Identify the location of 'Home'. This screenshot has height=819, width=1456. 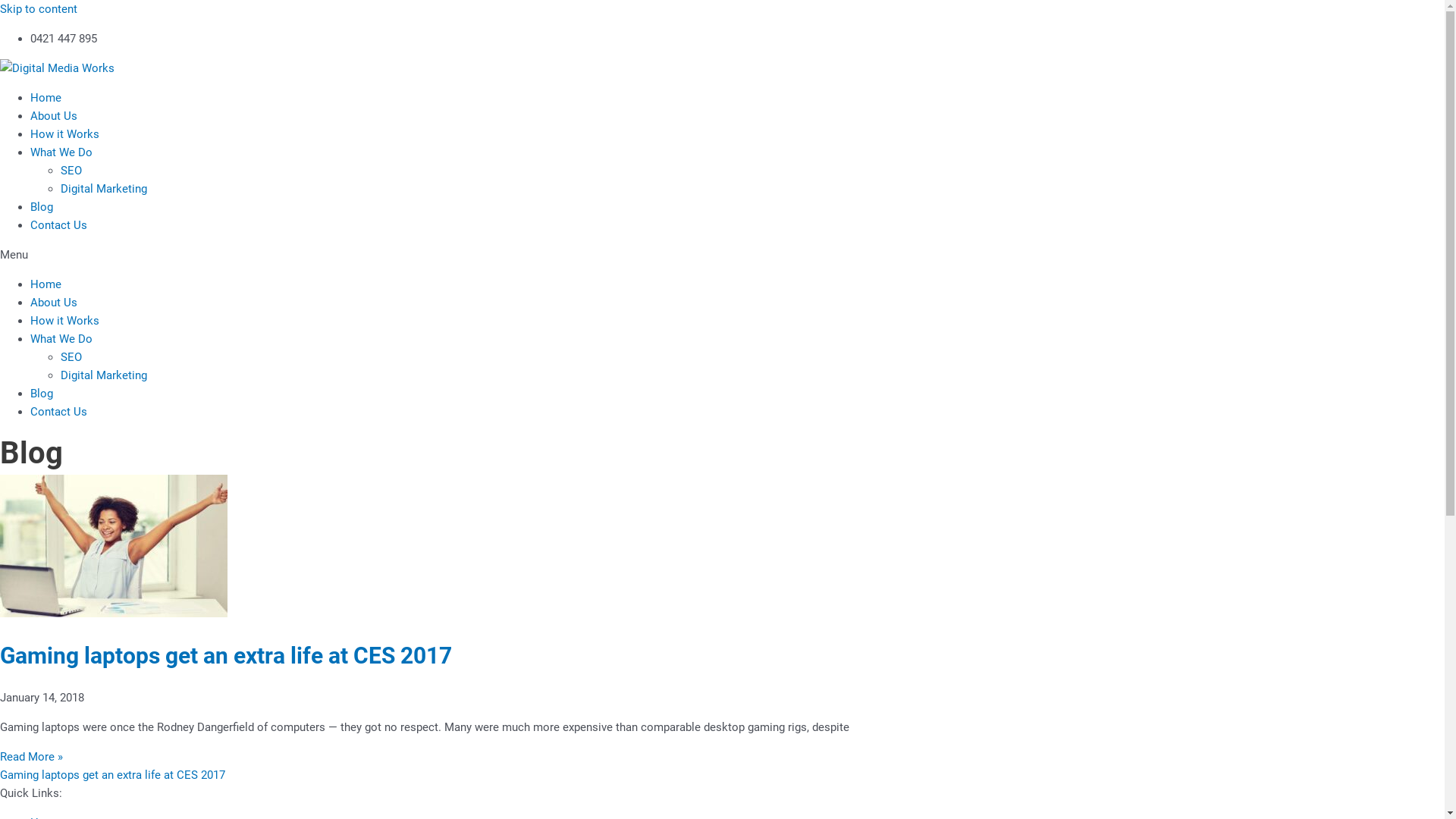
(45, 97).